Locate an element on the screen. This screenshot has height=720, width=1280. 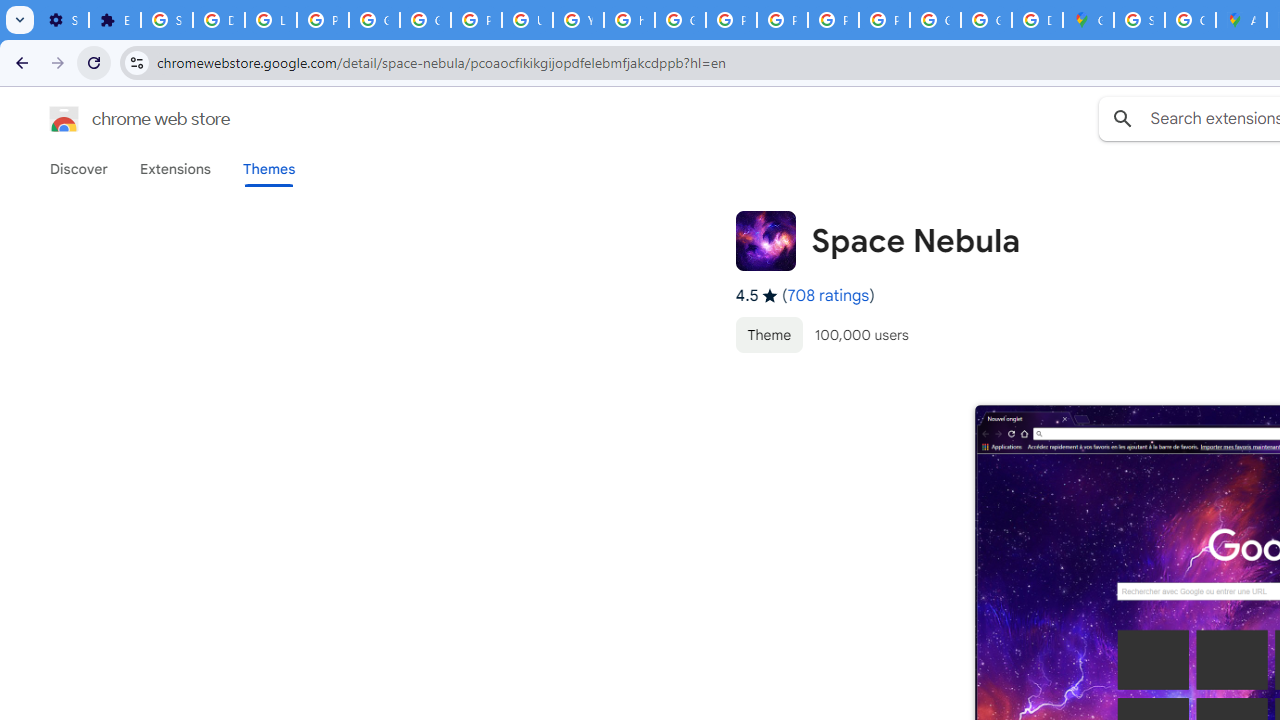
'Create your Google Account' is located at coordinates (1190, 20).